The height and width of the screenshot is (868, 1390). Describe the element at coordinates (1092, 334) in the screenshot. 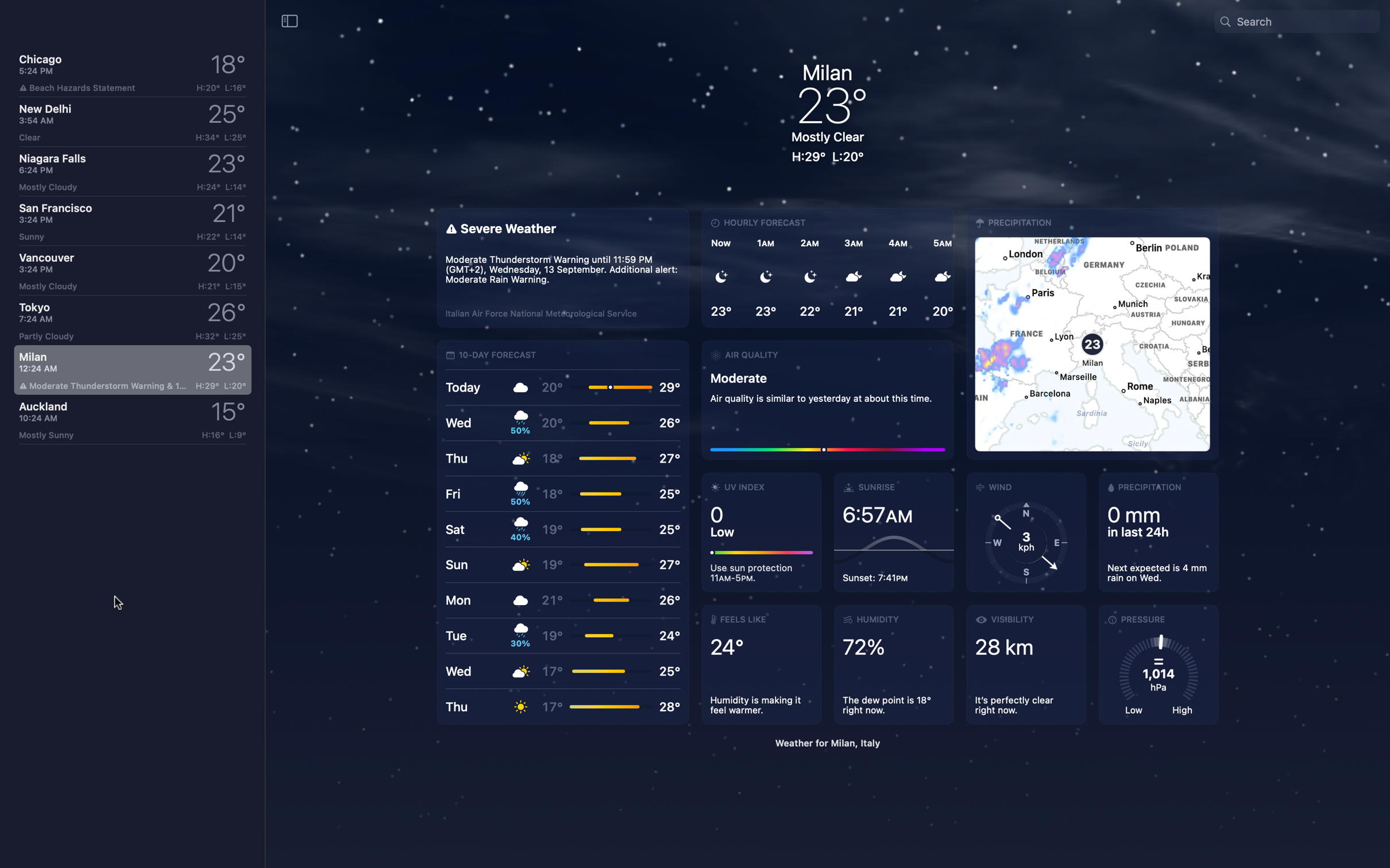

I see `Verify wind conditions in map mode` at that location.